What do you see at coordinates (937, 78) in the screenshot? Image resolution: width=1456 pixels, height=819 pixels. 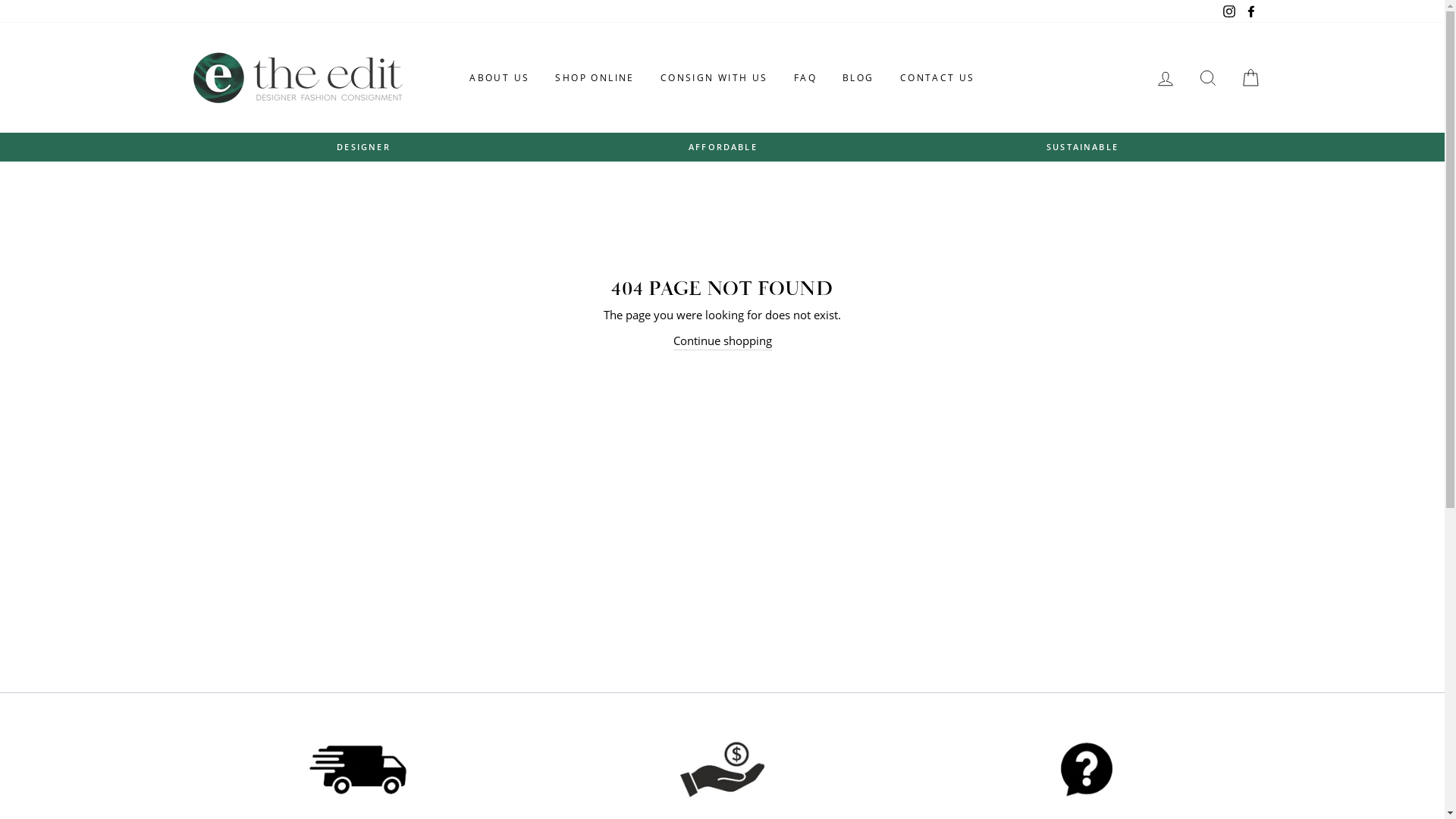 I see `'CONTACT US'` at bounding box center [937, 78].